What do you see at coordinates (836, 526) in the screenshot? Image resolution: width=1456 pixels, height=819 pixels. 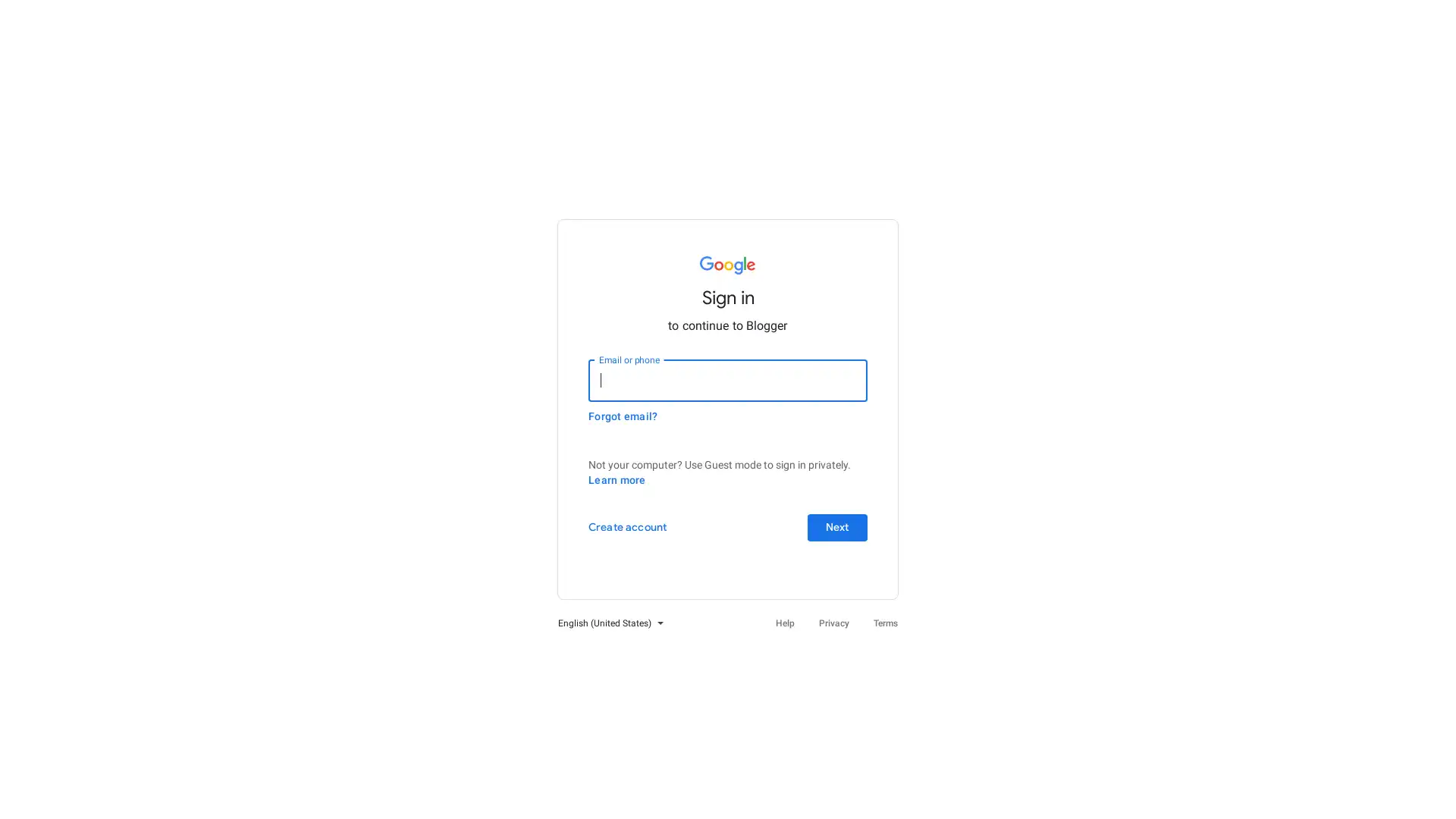 I see `Next` at bounding box center [836, 526].